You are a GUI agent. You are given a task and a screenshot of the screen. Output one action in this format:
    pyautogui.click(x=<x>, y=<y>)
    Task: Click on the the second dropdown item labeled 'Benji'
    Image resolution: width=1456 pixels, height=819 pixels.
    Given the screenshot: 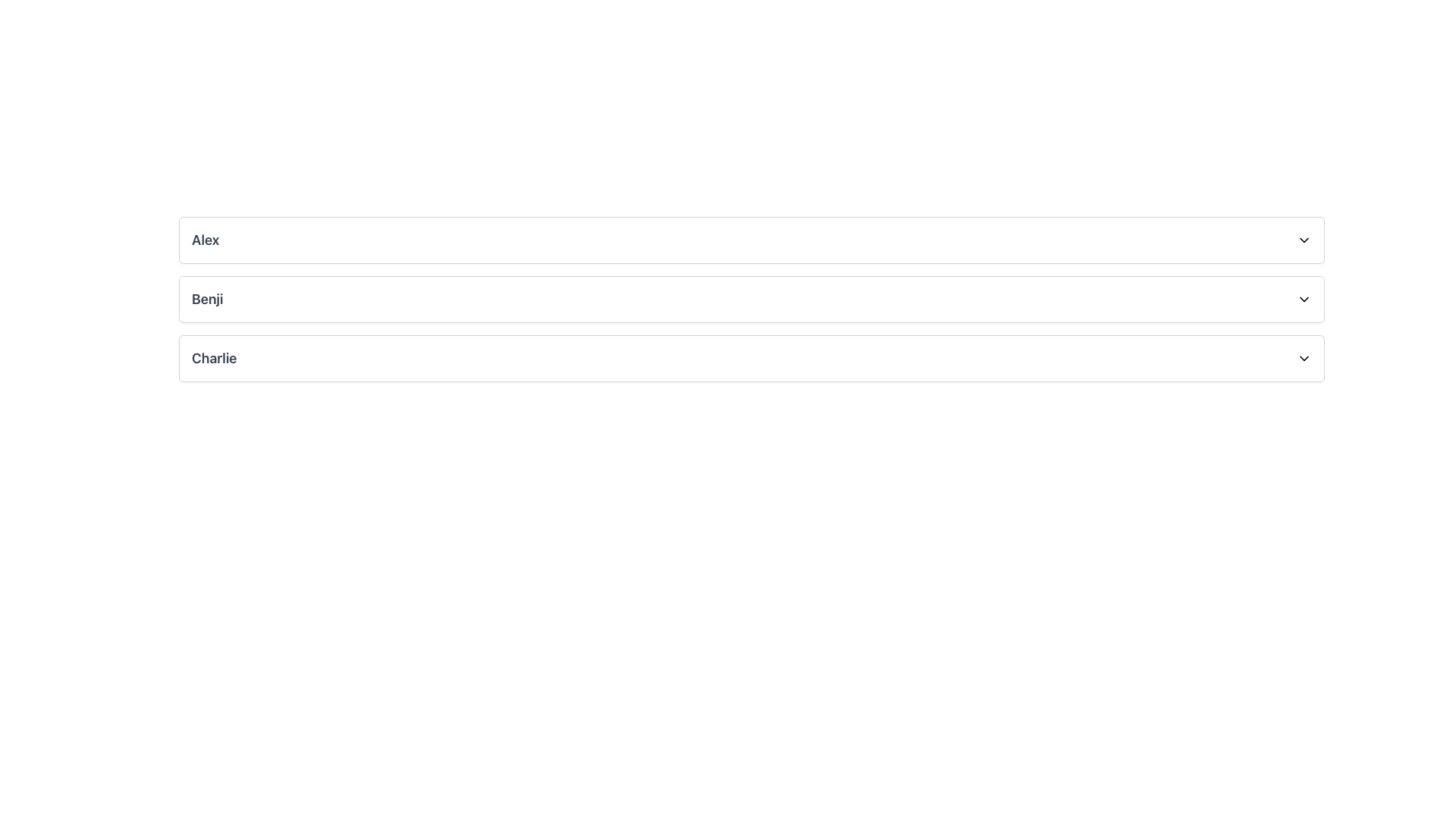 What is the action you would take?
    pyautogui.click(x=752, y=299)
    